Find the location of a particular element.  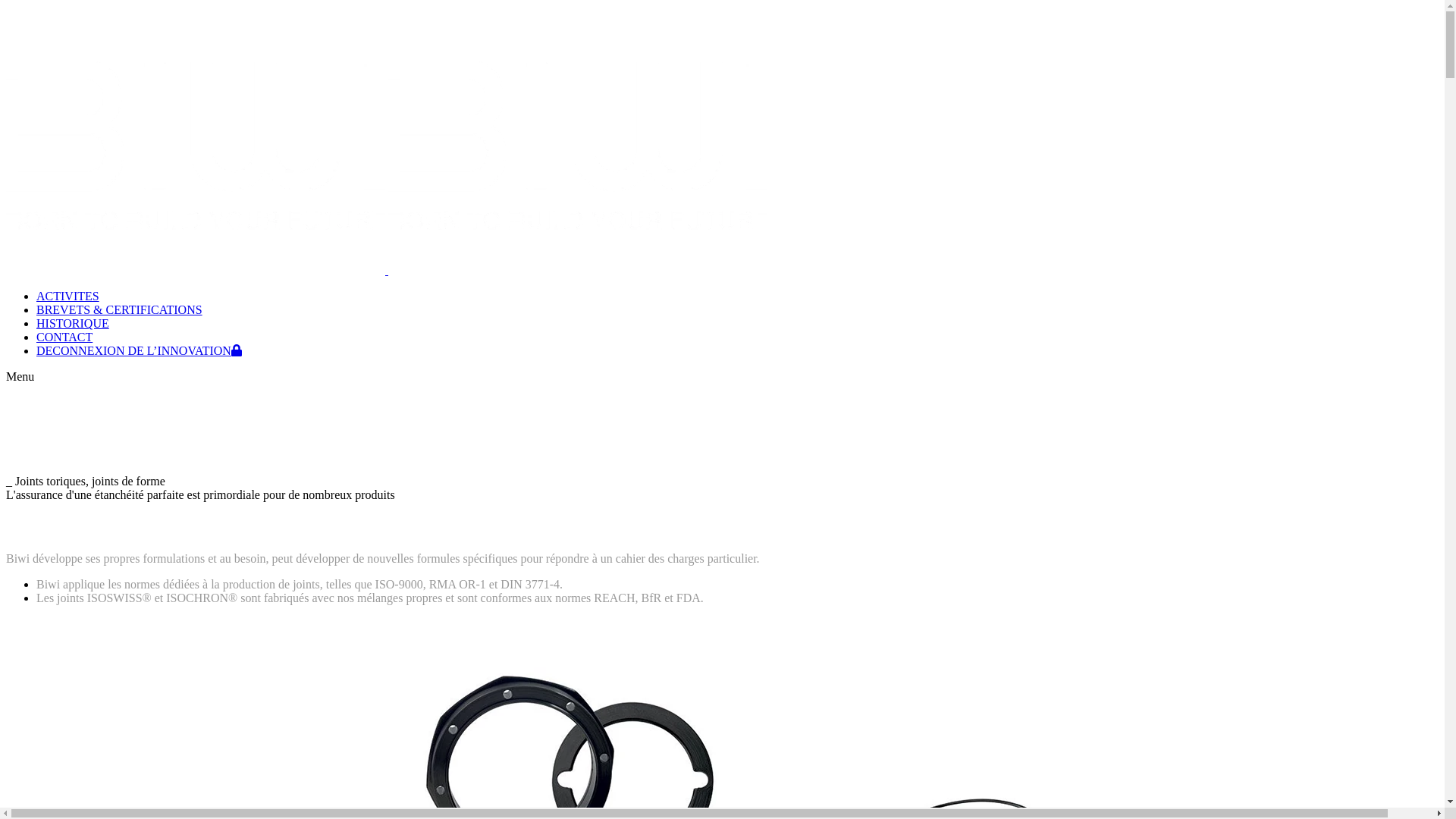

'CONTACT' is located at coordinates (64, 336).